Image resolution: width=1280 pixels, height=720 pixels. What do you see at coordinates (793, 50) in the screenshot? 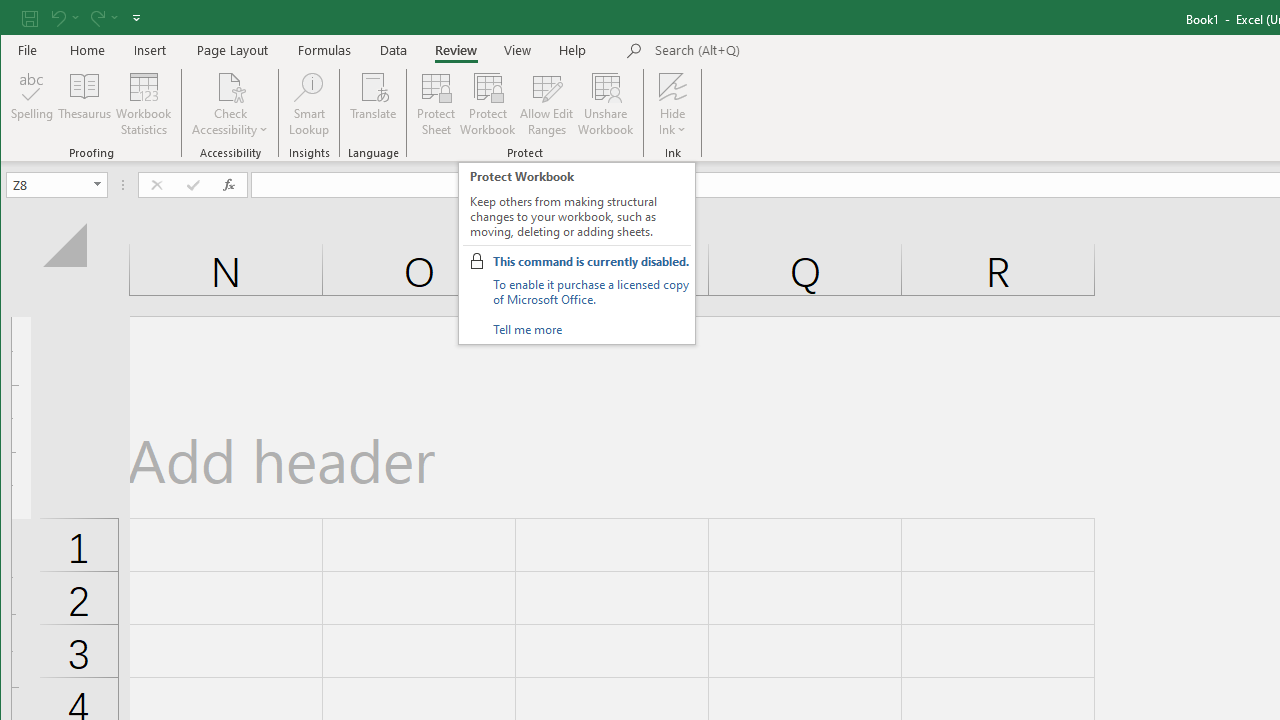
I see `'Microsoft search'` at bounding box center [793, 50].